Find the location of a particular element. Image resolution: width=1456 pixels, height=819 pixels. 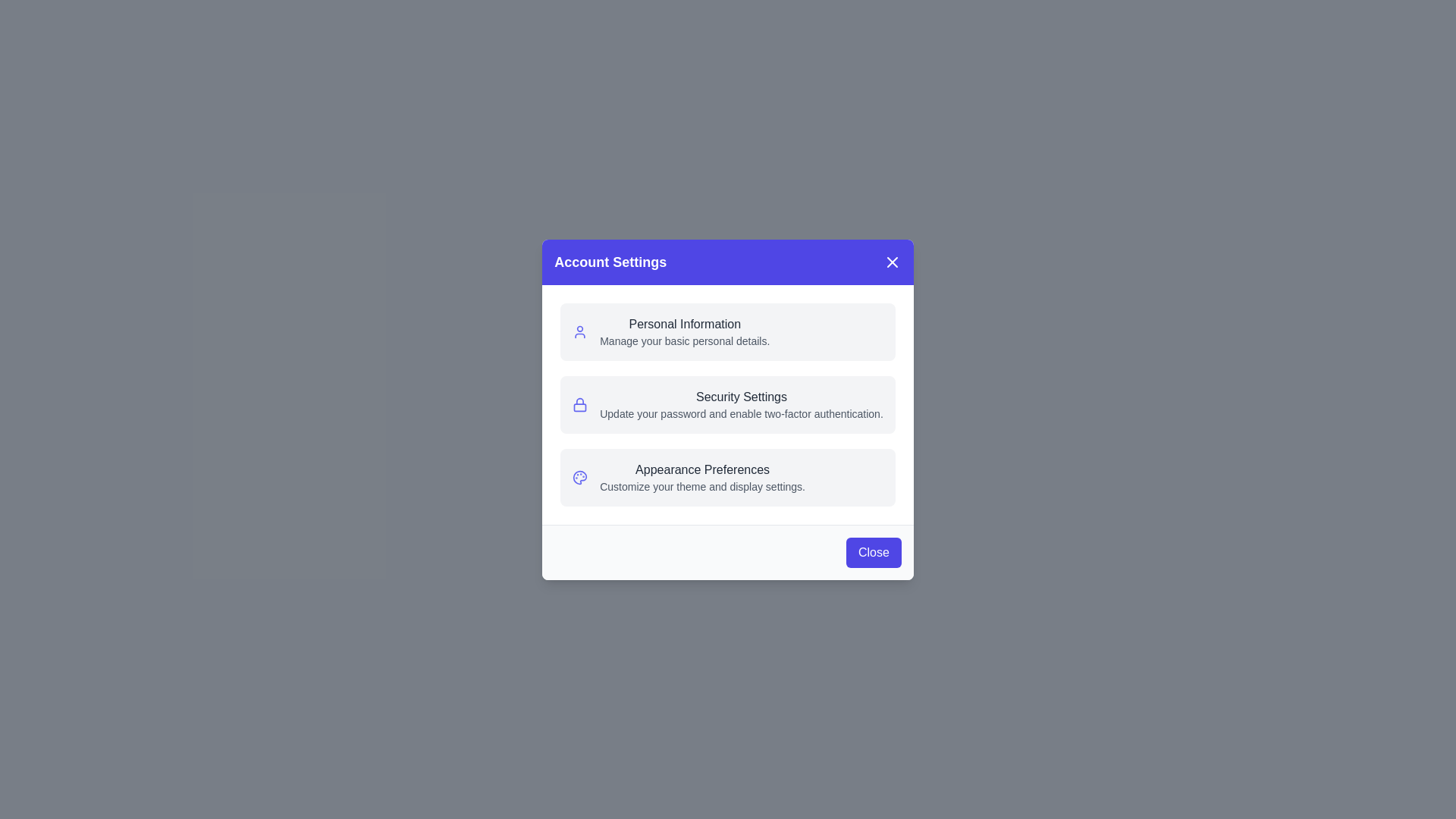

information displayed in the vertically arranged list of options within the rounded white box, located centrally in the modal window below the 'Account Settings' header is located at coordinates (728, 403).